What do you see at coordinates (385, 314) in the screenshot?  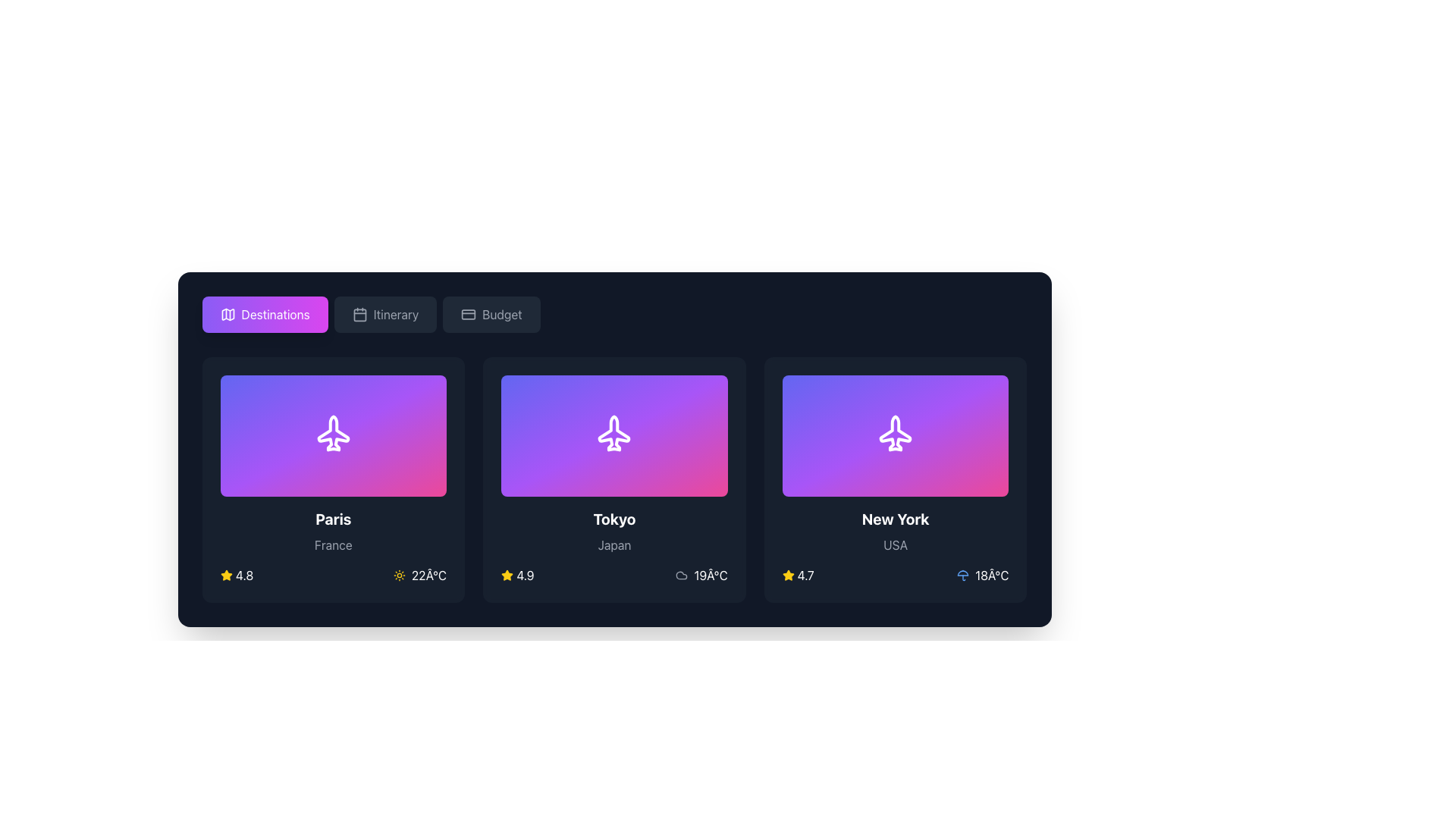 I see `the button located in the middle of a group of three buttons, which navigates to the 'Itinerary' section of the application` at bounding box center [385, 314].